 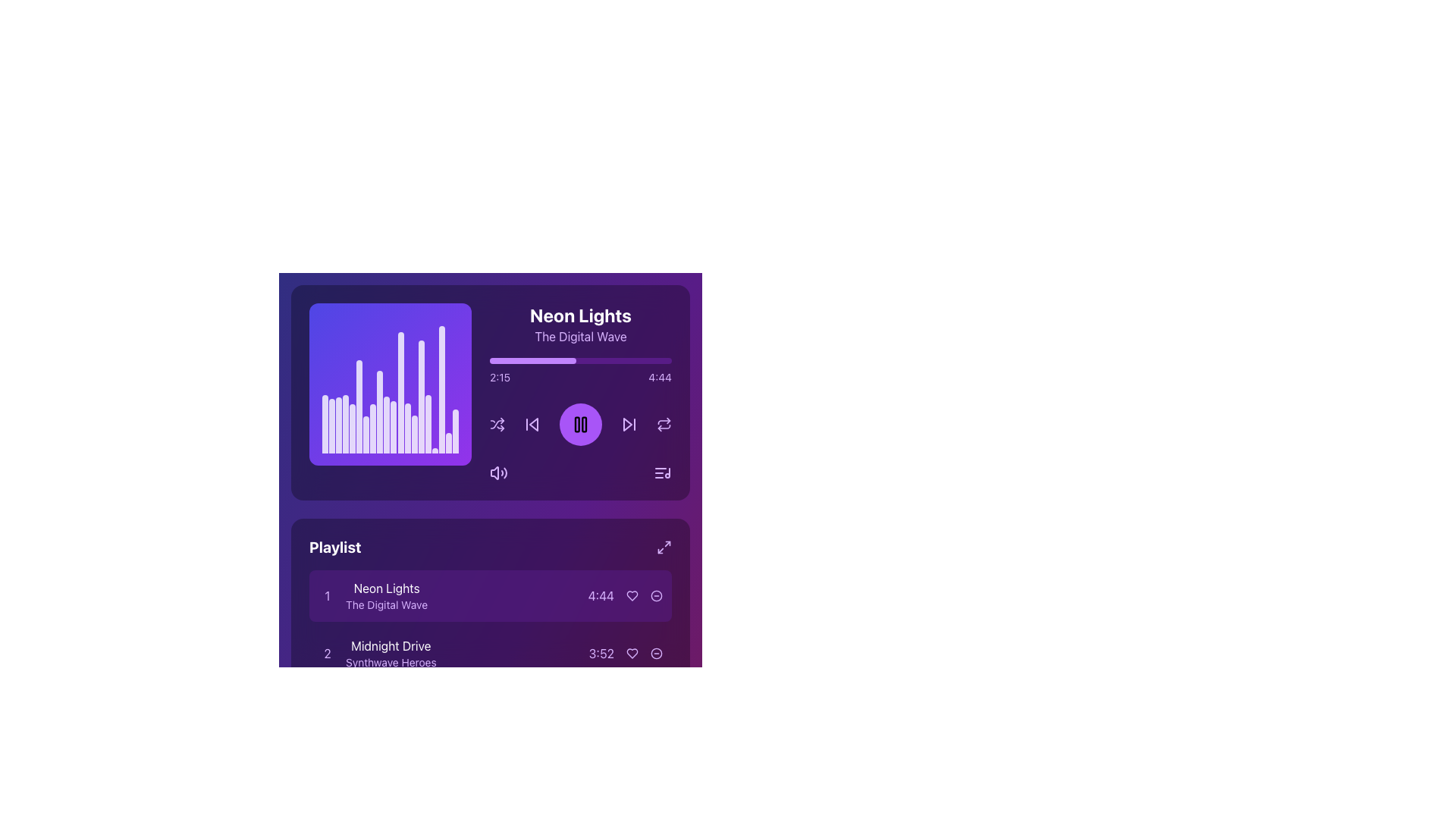 I want to click on the text element displaying 'Neon Lights The Digital Wave', located in the playlist section beneath the main music player, so click(x=373, y=595).